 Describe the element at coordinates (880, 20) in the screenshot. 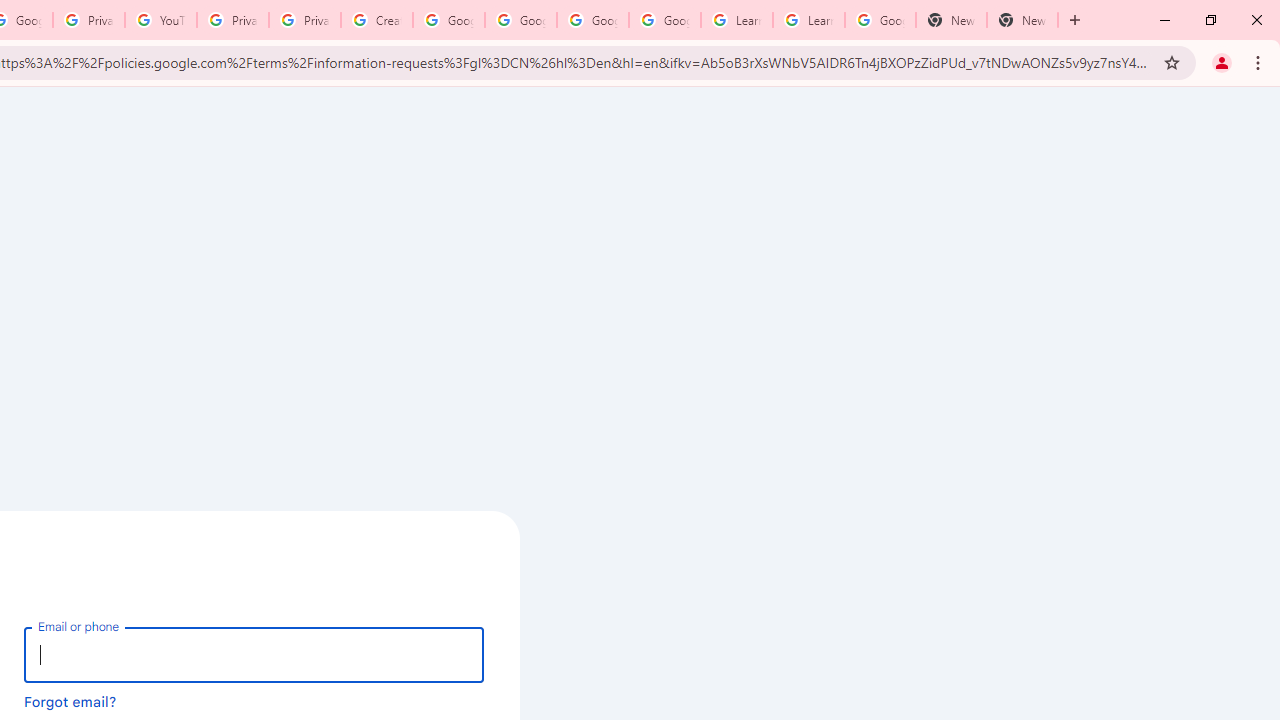

I see `'Google Account'` at that location.